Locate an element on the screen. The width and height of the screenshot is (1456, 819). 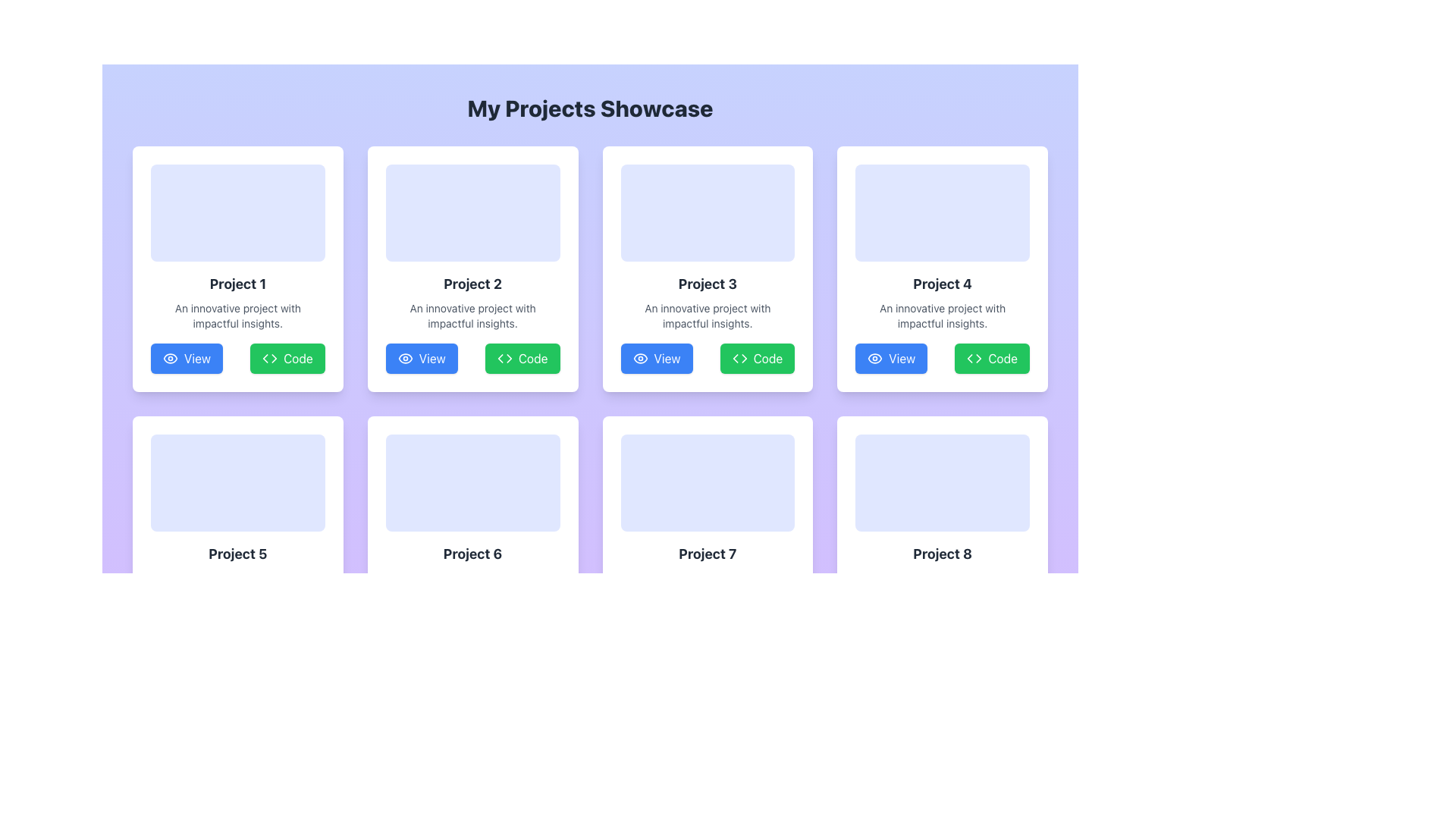
the left-pointing arrow icon within the 'Code' button of the fourth project titled 'Project 4' in the grid layout is located at coordinates (969, 359).